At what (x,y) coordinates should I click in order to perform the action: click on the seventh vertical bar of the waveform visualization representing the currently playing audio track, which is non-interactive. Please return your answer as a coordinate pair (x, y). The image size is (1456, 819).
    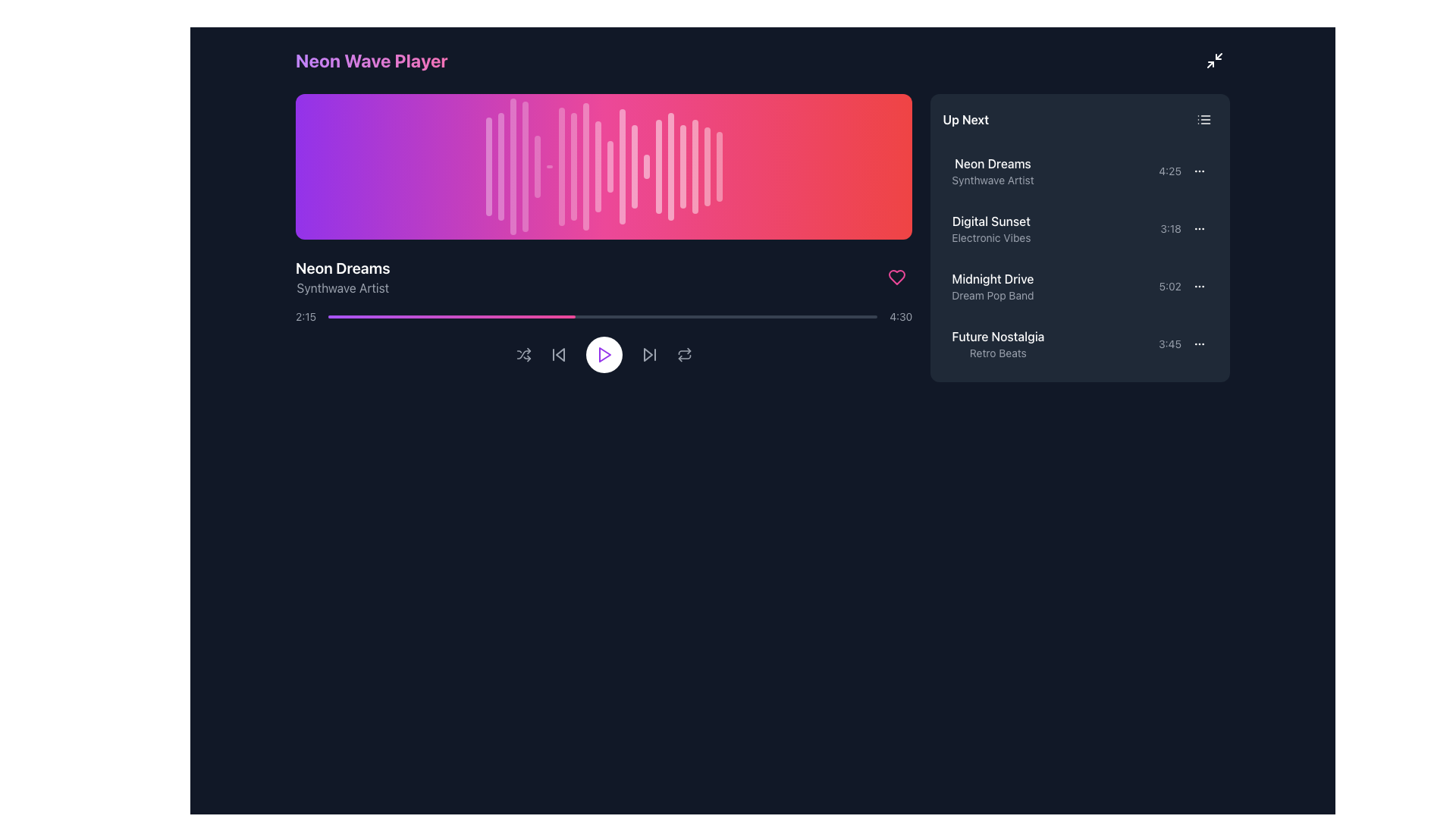
    Looking at the image, I should click on (560, 166).